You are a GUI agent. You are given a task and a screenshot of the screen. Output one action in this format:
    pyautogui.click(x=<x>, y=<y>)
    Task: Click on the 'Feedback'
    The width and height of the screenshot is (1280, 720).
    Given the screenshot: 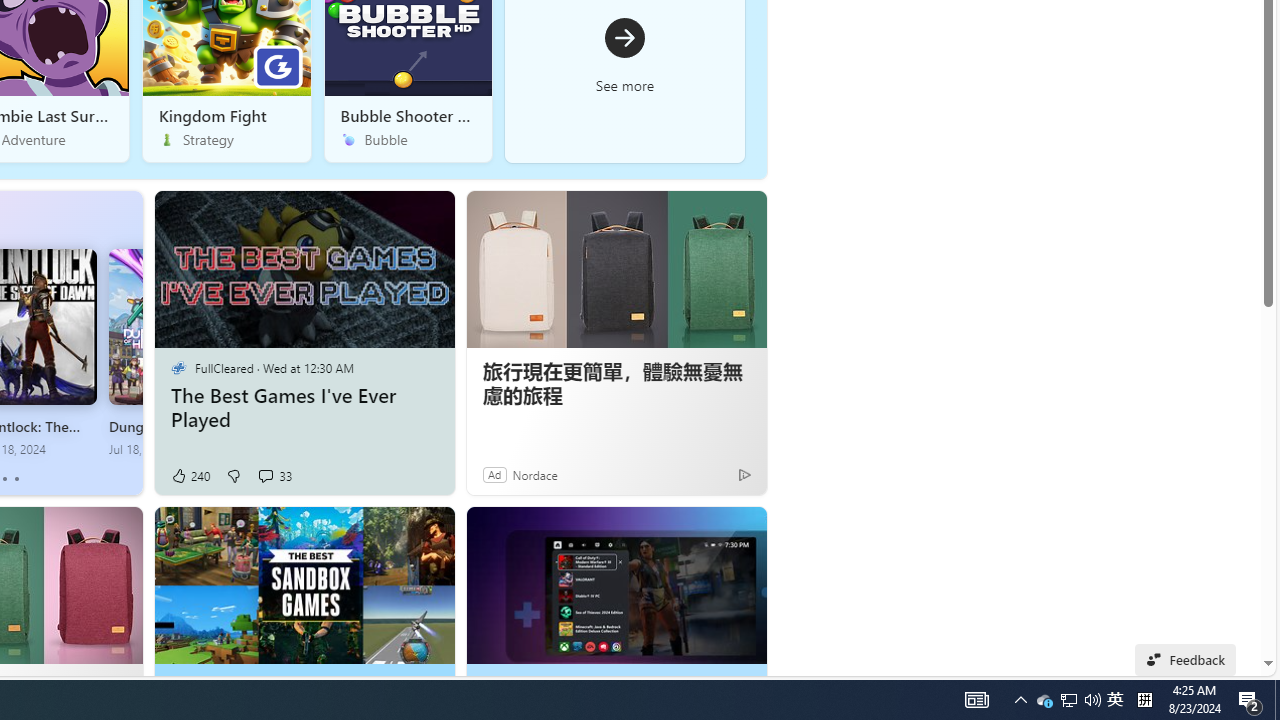 What is the action you would take?
    pyautogui.click(x=1185, y=659)
    